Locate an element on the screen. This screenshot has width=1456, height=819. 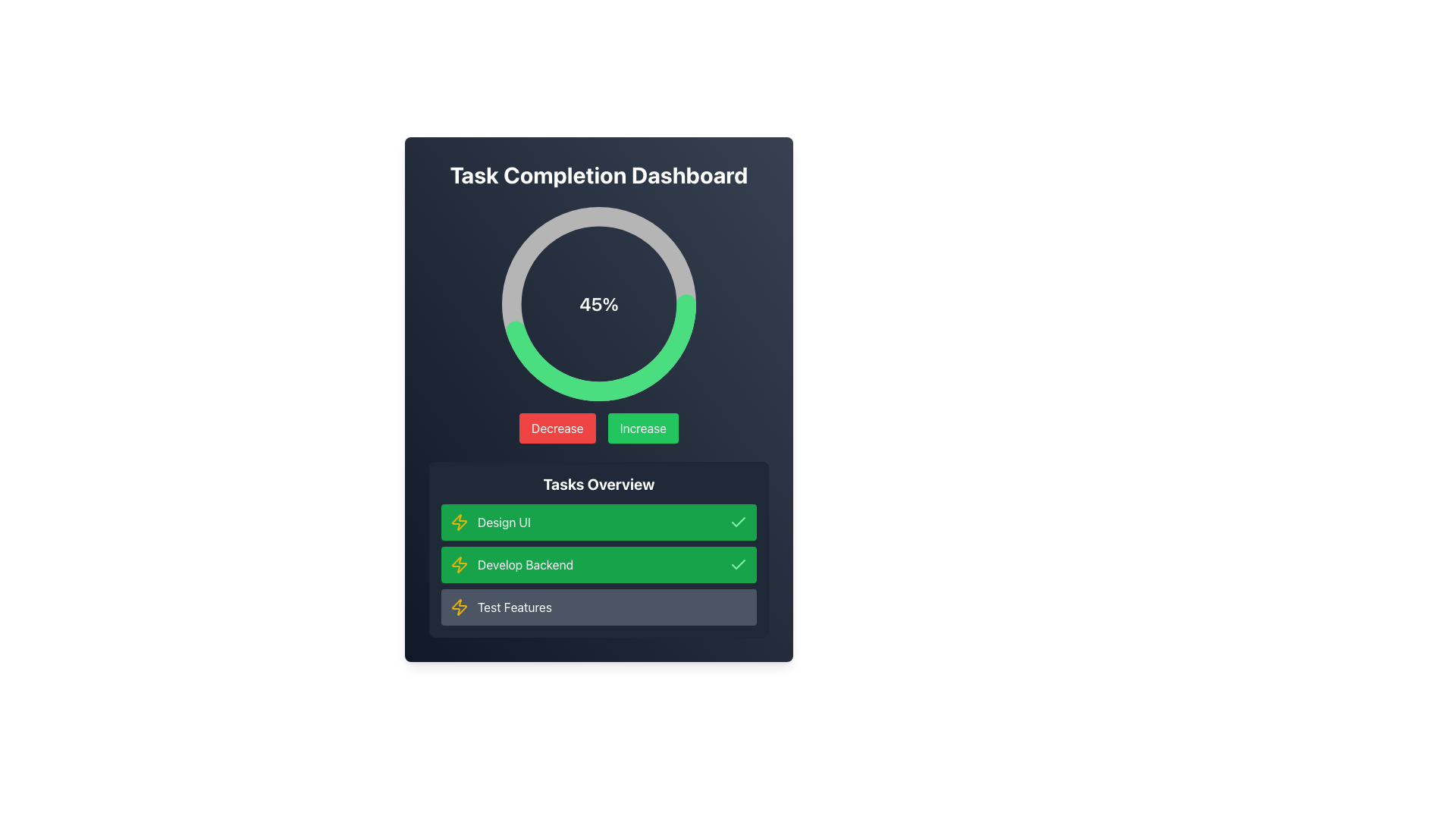
the yellow lightning bolt icon located in the 'Develop Backend' row of the 'Tasks Overview' section, which is horizontally aligned with the row and positioned to the left of the task label is located at coordinates (458, 564).